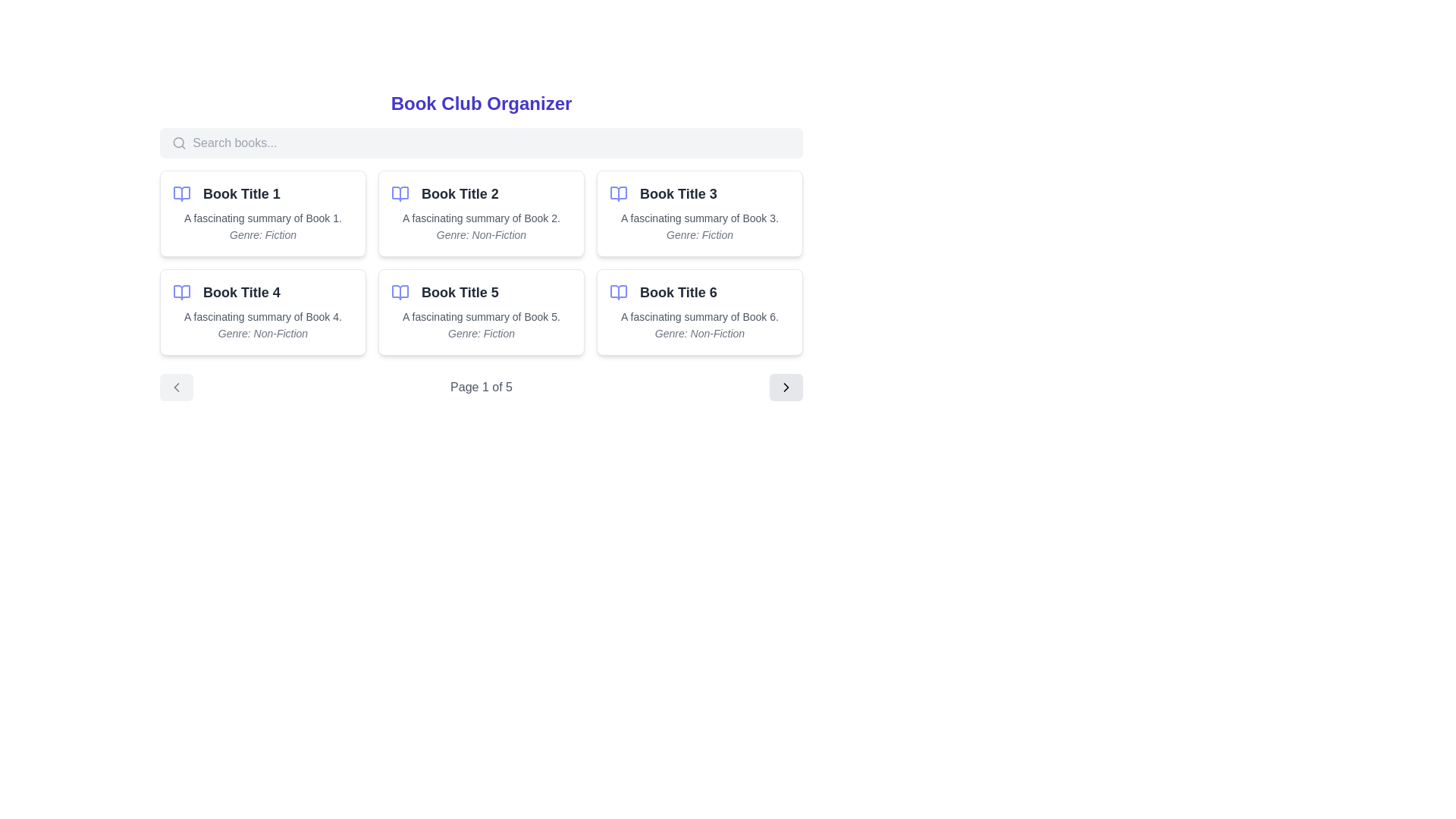  What do you see at coordinates (480, 213) in the screenshot?
I see `the Card element displaying details about a specific book, located in the top row, center column of the grid layout` at bounding box center [480, 213].